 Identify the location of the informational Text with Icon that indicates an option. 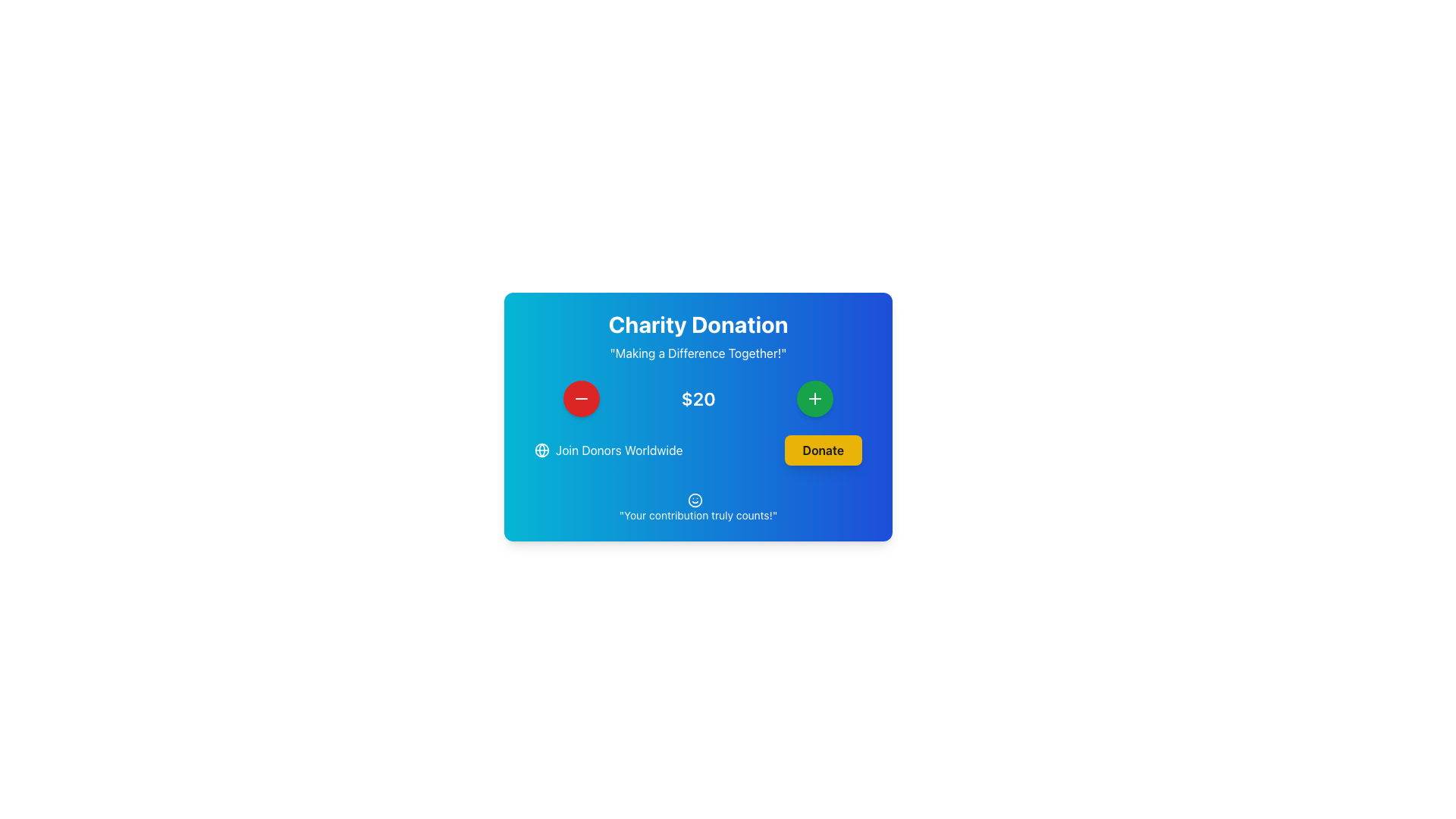
(608, 450).